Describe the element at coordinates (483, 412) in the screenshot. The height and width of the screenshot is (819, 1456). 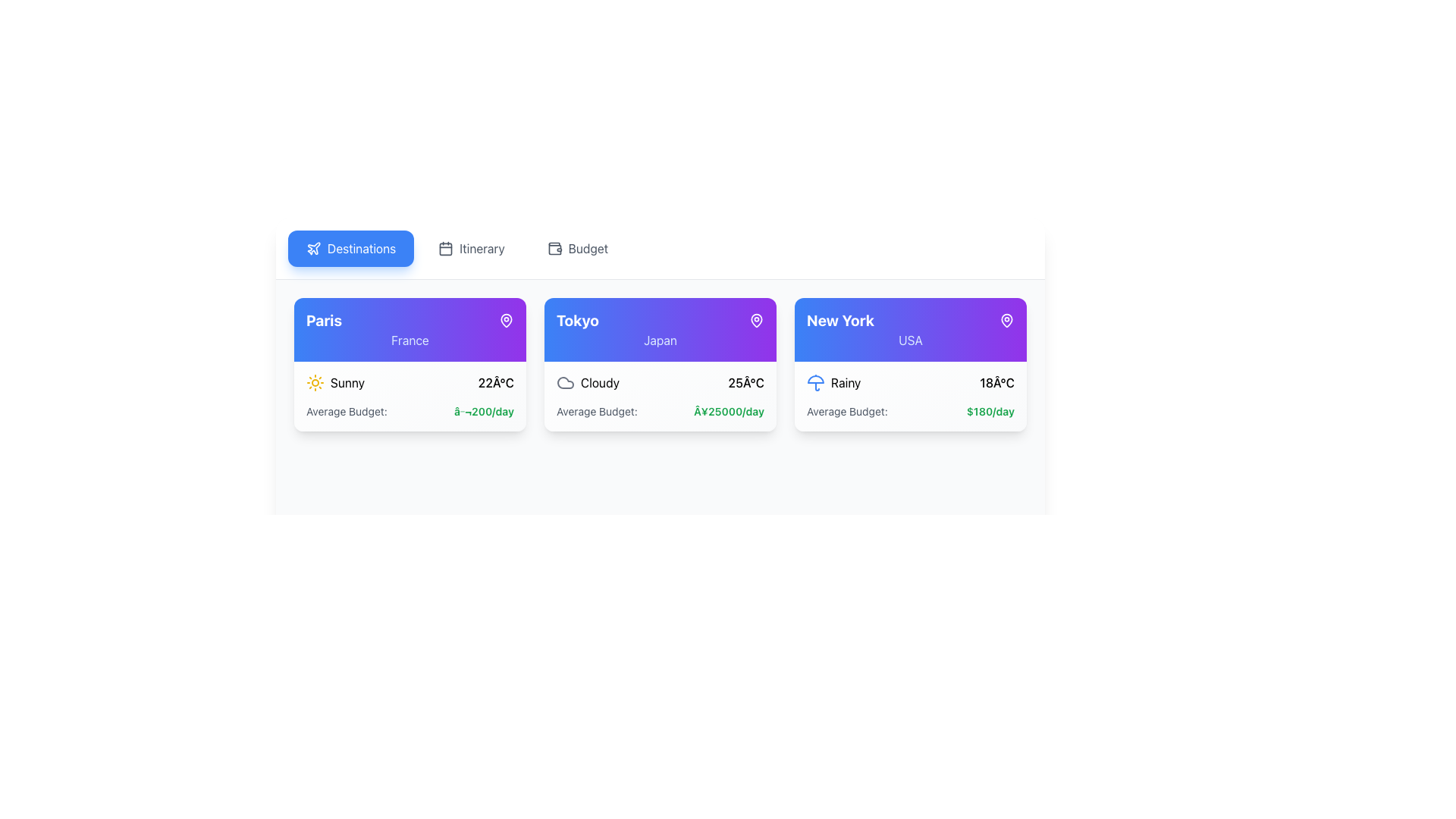
I see `displayed average daily budget text for Paris, located below the 'Average Budget:' label in the lower-right section of the Paris weather card` at that location.